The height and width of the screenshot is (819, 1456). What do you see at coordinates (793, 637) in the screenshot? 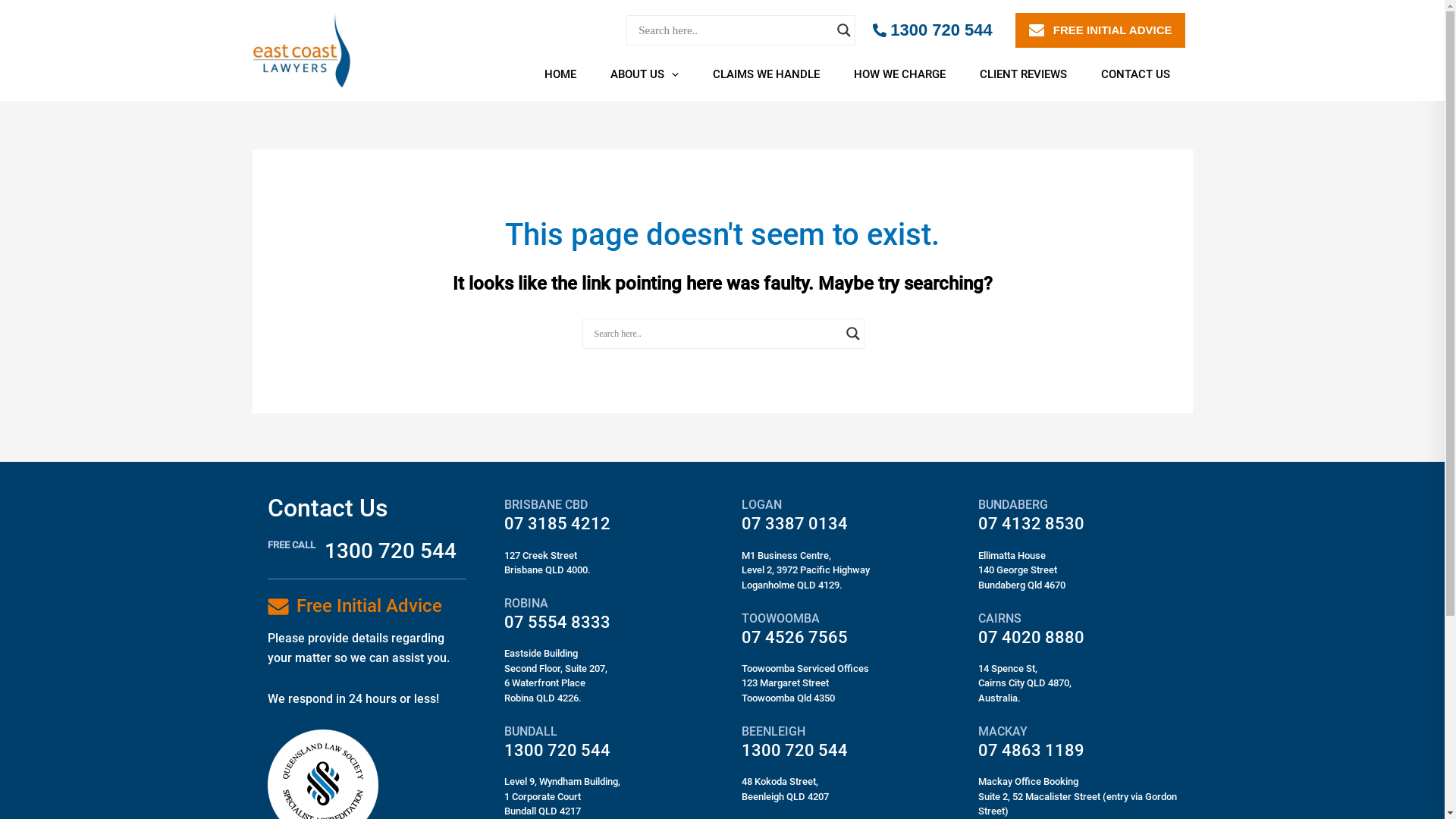
I see `'07 4526 7565'` at bounding box center [793, 637].